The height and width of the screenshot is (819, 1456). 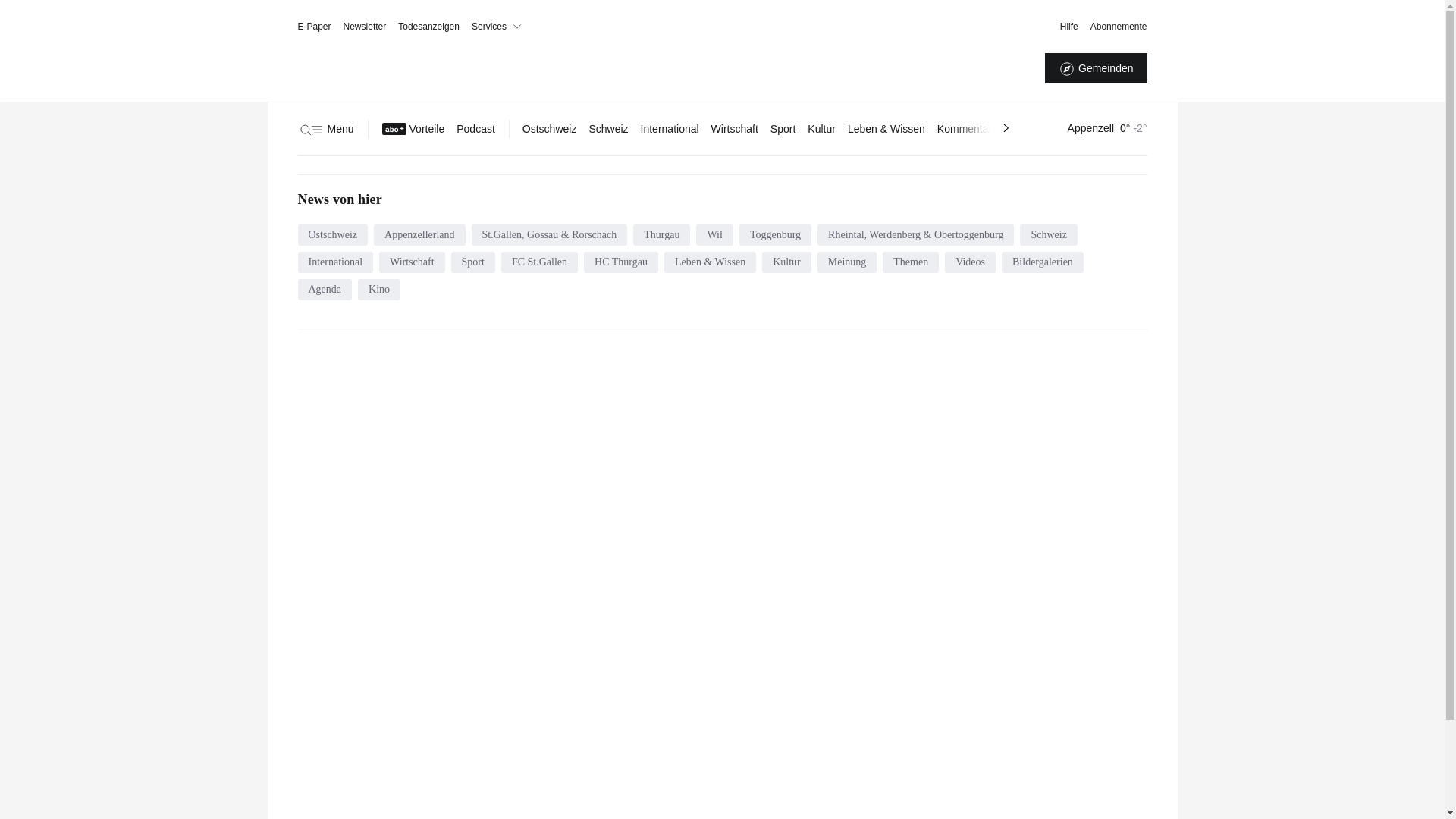 What do you see at coordinates (365, 26) in the screenshot?
I see `'Newsletter'` at bounding box center [365, 26].